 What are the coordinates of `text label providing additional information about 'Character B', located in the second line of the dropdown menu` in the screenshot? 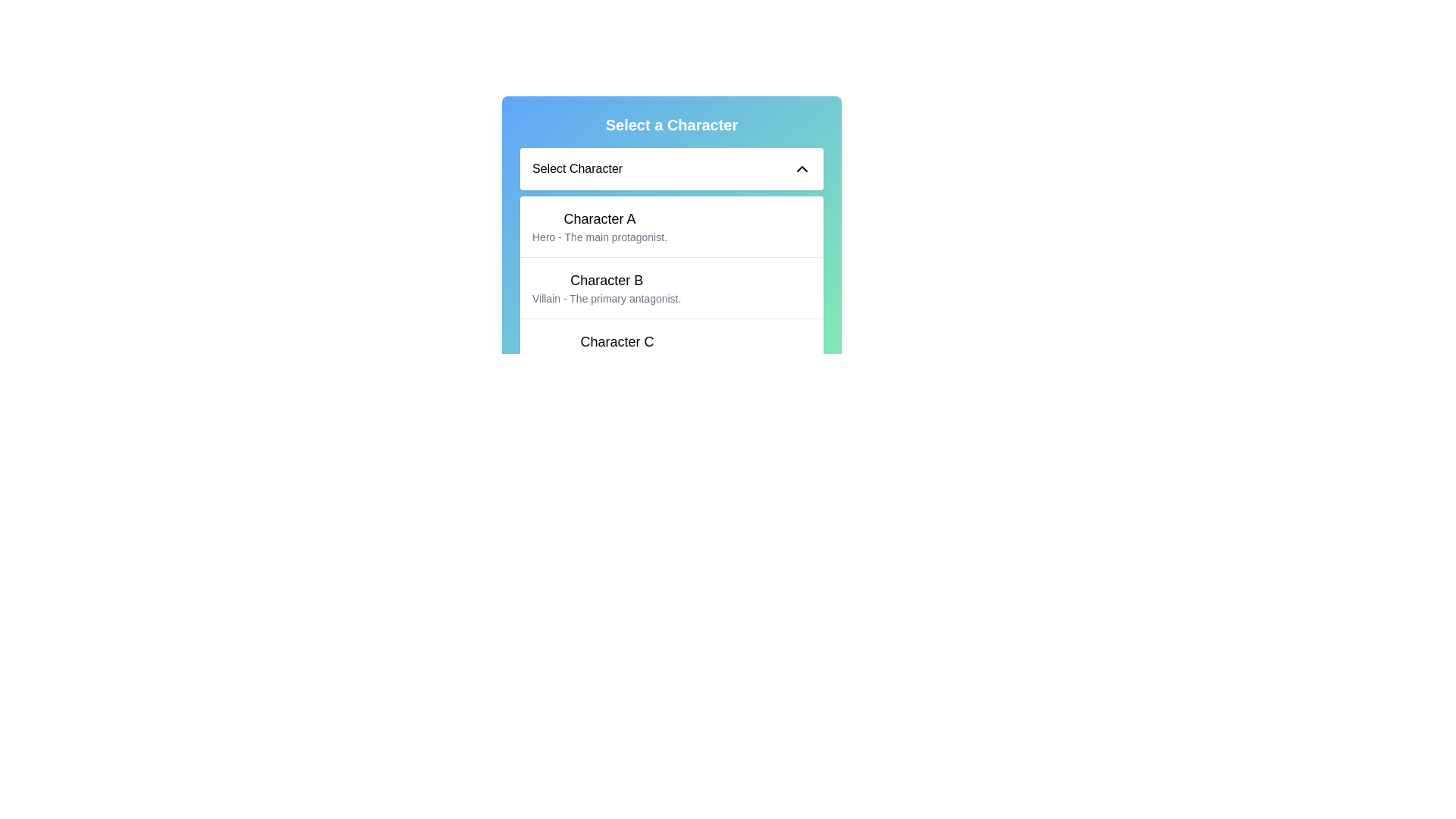 It's located at (607, 298).